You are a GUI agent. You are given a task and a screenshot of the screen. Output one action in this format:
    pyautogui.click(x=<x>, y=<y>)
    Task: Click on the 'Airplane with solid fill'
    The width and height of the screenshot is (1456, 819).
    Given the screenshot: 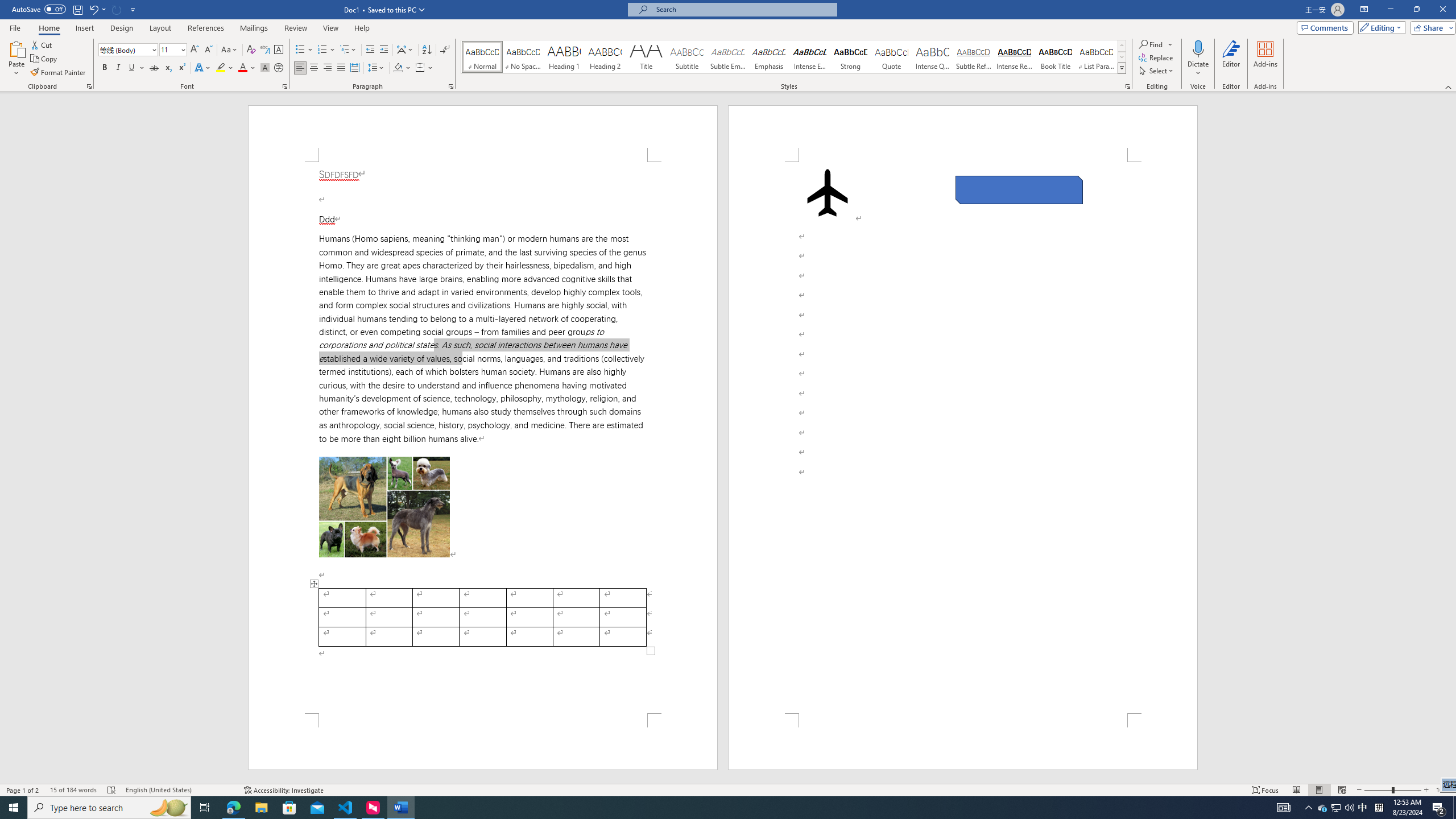 What is the action you would take?
    pyautogui.click(x=828, y=192)
    